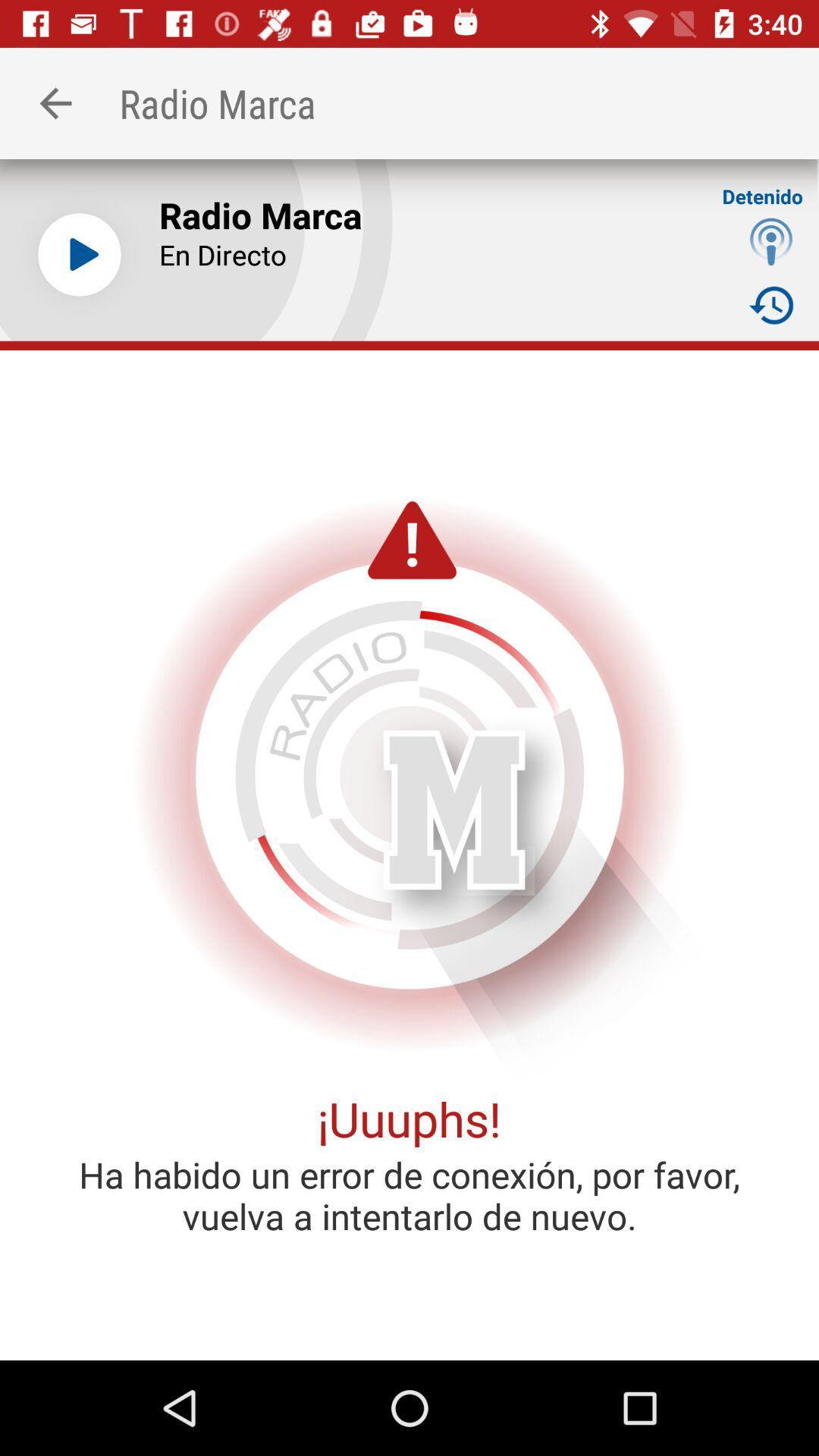 The width and height of the screenshot is (819, 1456). Describe the element at coordinates (771, 304) in the screenshot. I see `the history icon` at that location.